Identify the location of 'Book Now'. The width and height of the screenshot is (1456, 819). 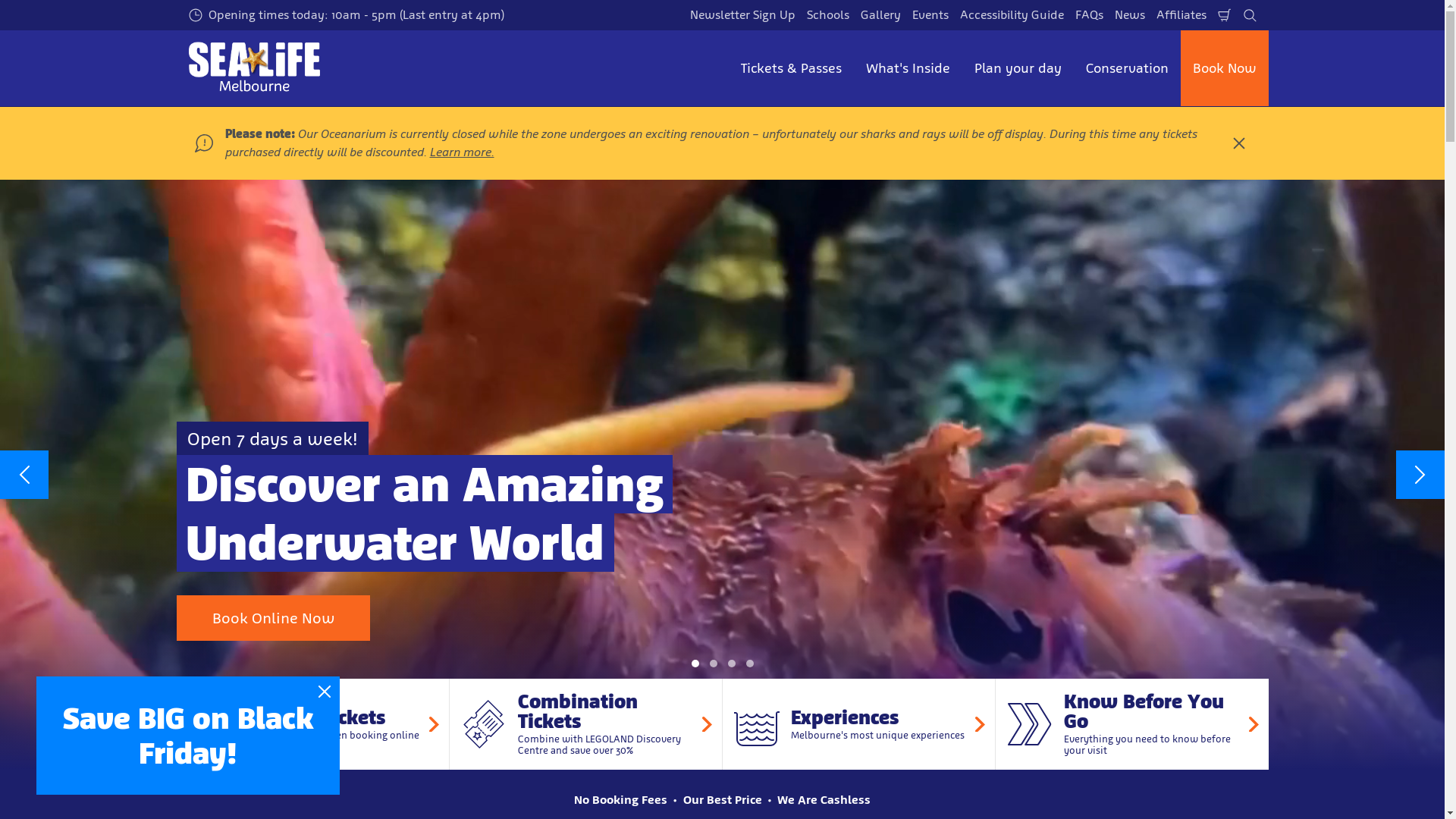
(1223, 67).